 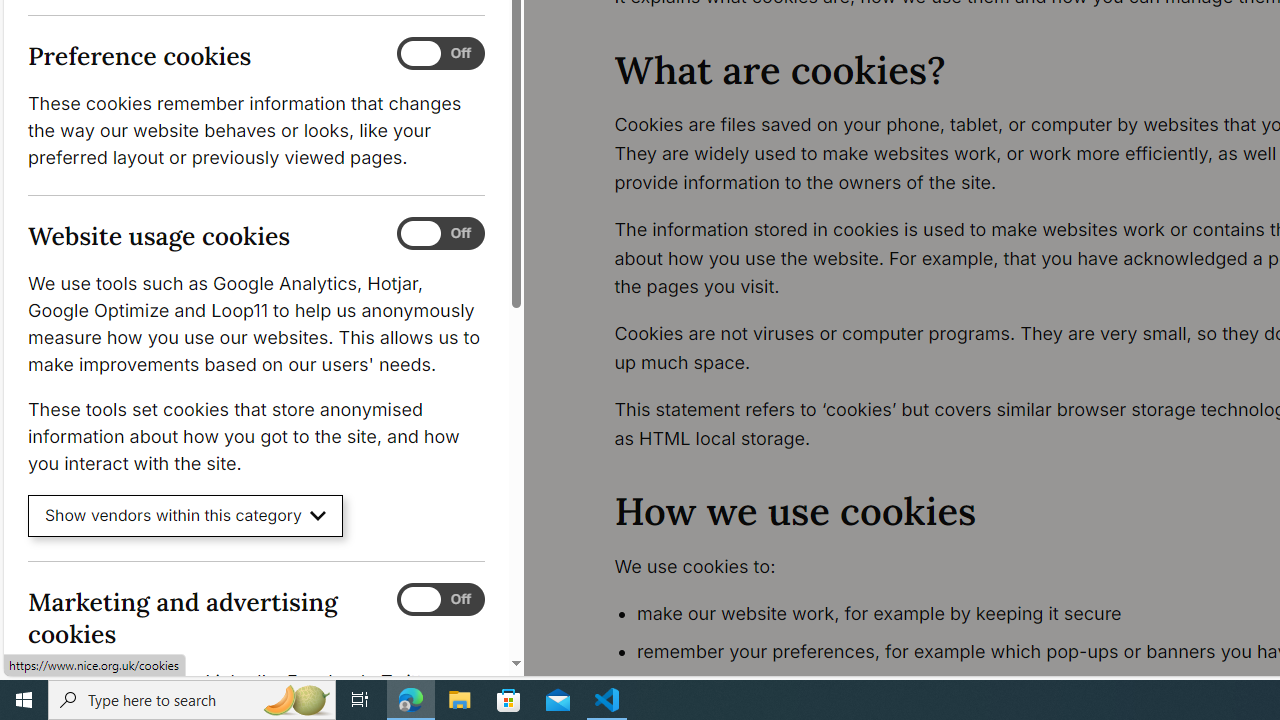 What do you see at coordinates (439, 53) in the screenshot?
I see `'Preference cookies'` at bounding box center [439, 53].